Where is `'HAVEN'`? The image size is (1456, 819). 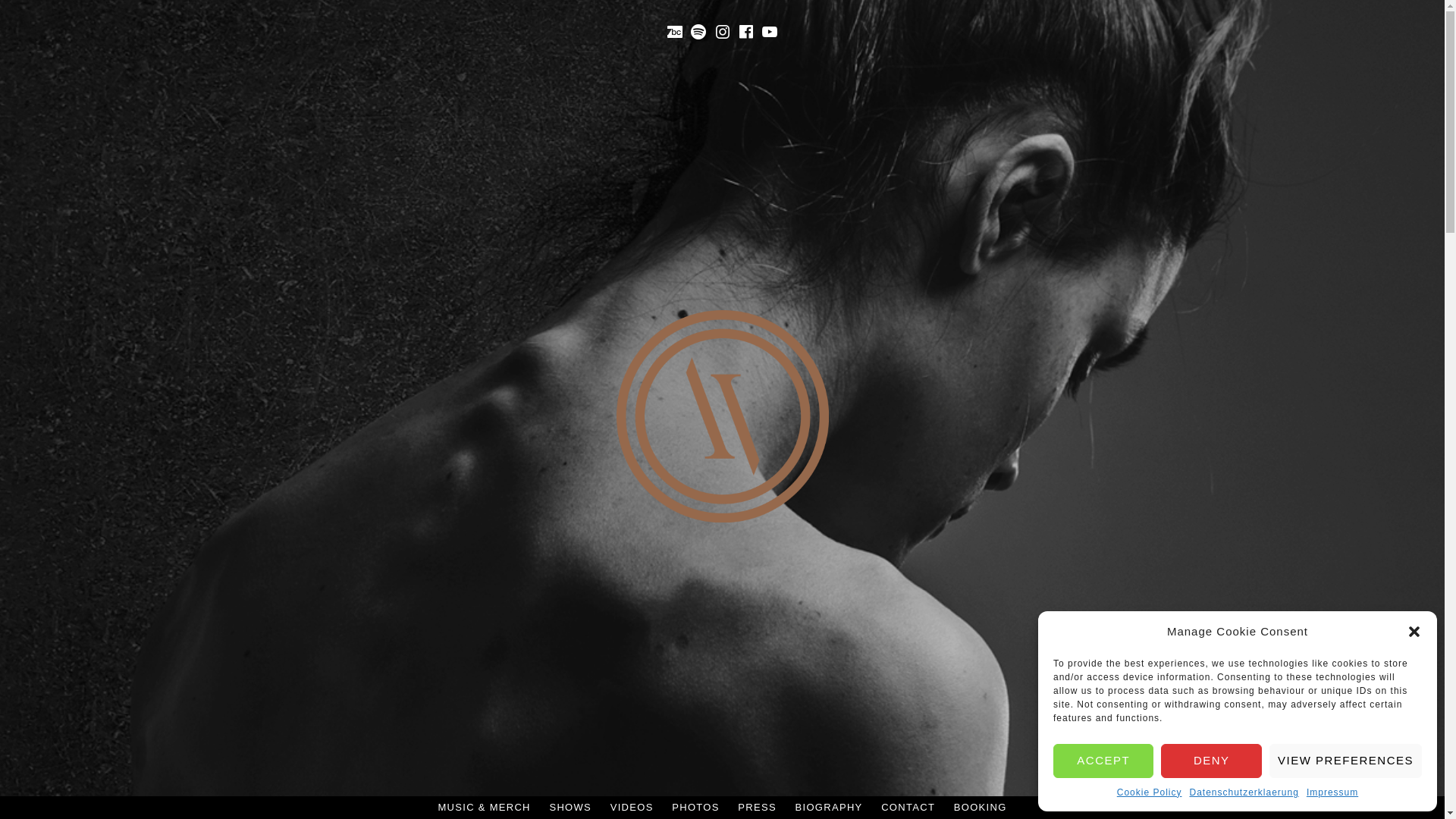
'HAVEN' is located at coordinates (750, 567).